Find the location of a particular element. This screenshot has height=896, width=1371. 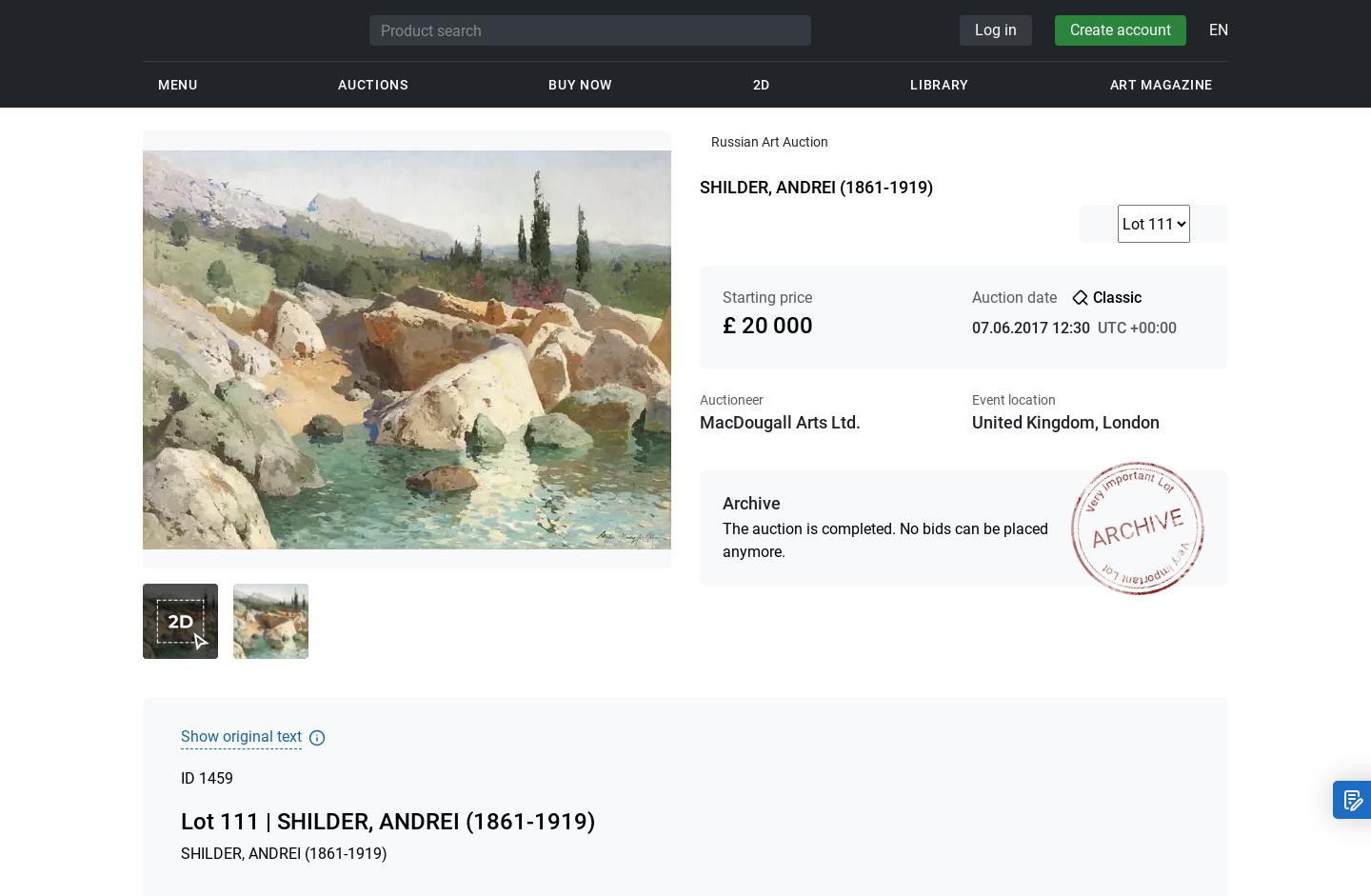

'UTC +00:00' is located at coordinates (1136, 327).